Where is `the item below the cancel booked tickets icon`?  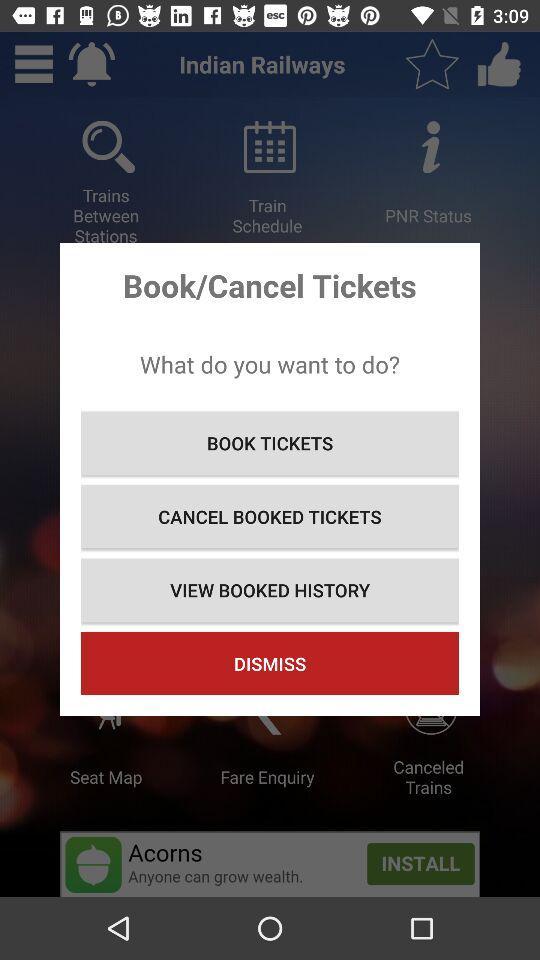 the item below the cancel booked tickets icon is located at coordinates (270, 590).